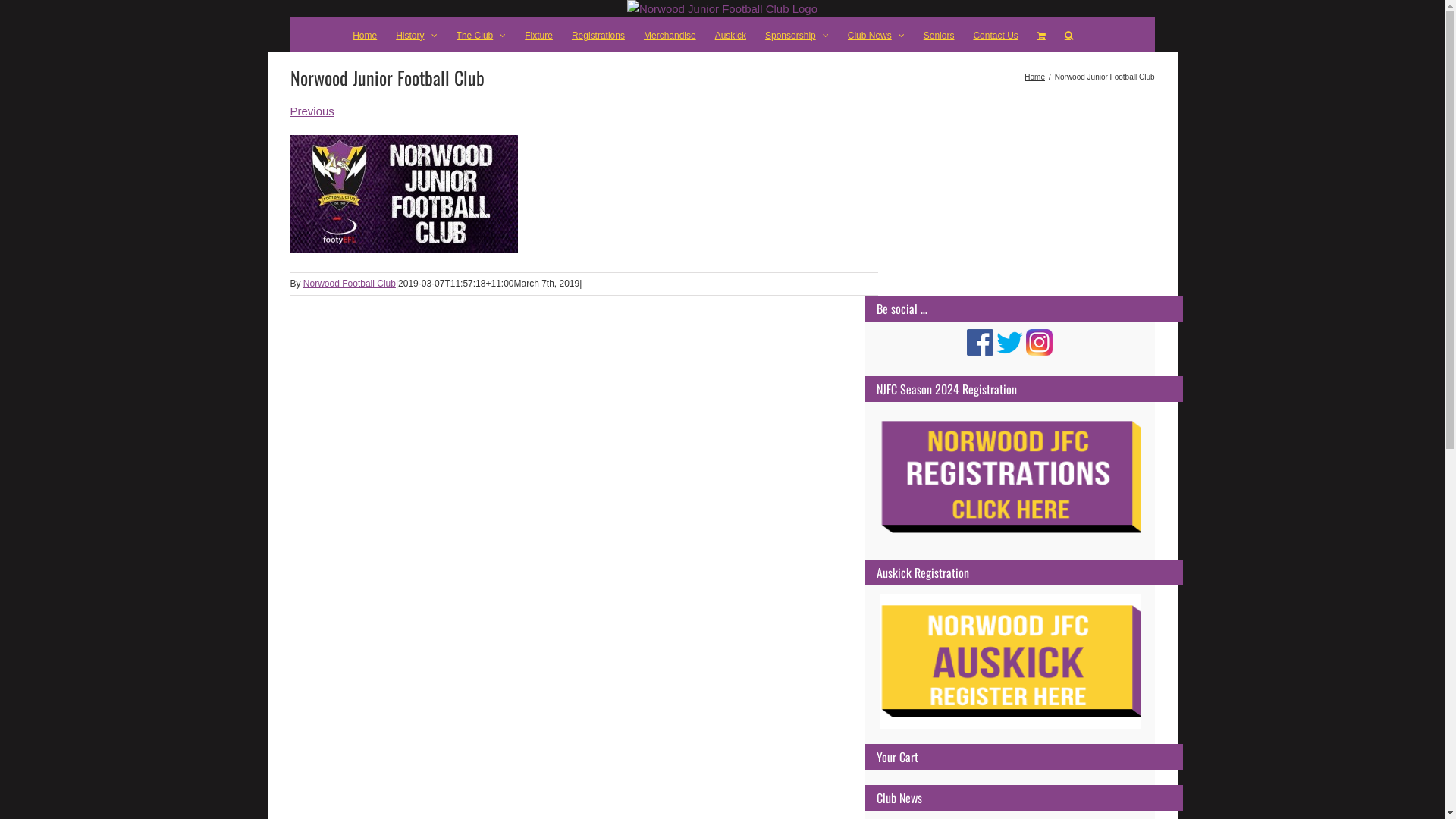 The height and width of the screenshot is (819, 1456). What do you see at coordinates (364, 34) in the screenshot?
I see `'Home'` at bounding box center [364, 34].